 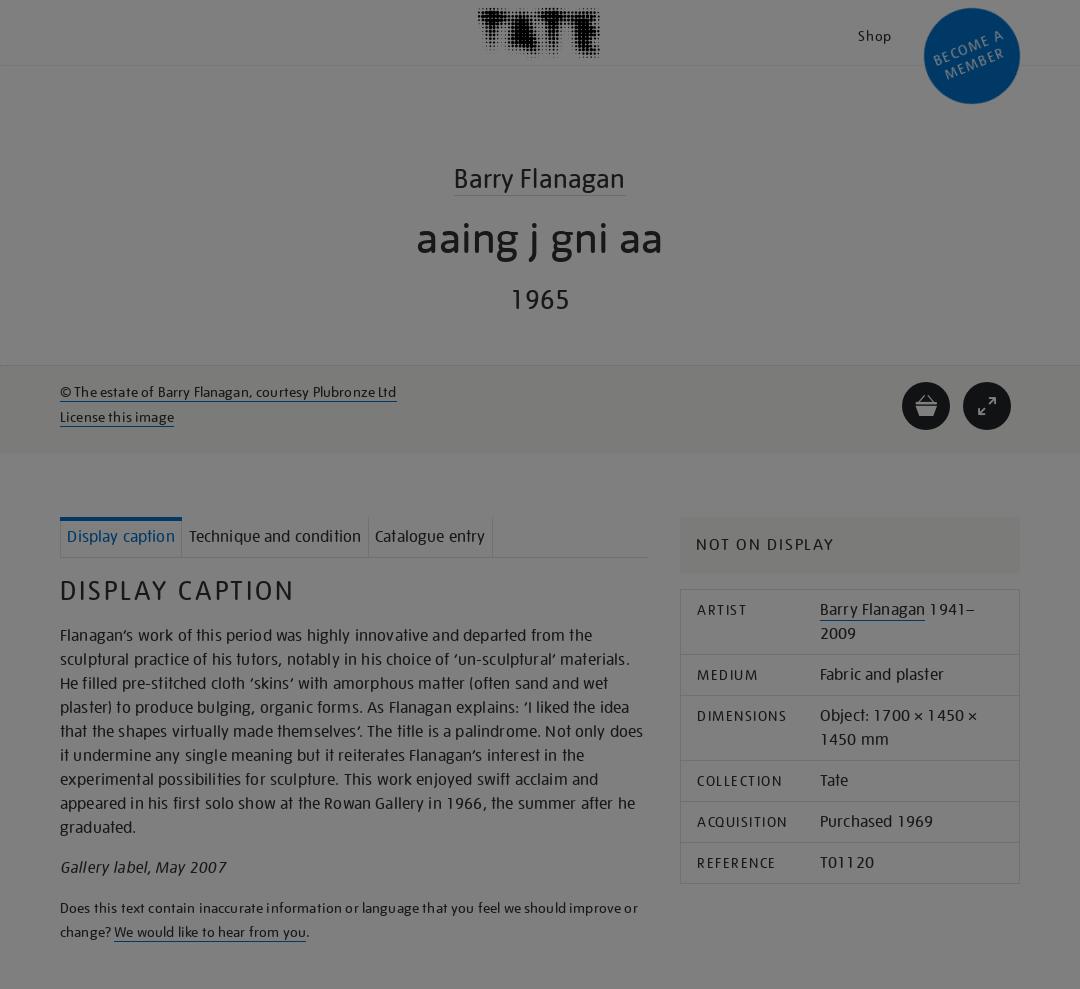 What do you see at coordinates (347, 918) in the screenshot?
I see `'Does this text contain inaccurate information or language that you feel we should improve or change?'` at bounding box center [347, 918].